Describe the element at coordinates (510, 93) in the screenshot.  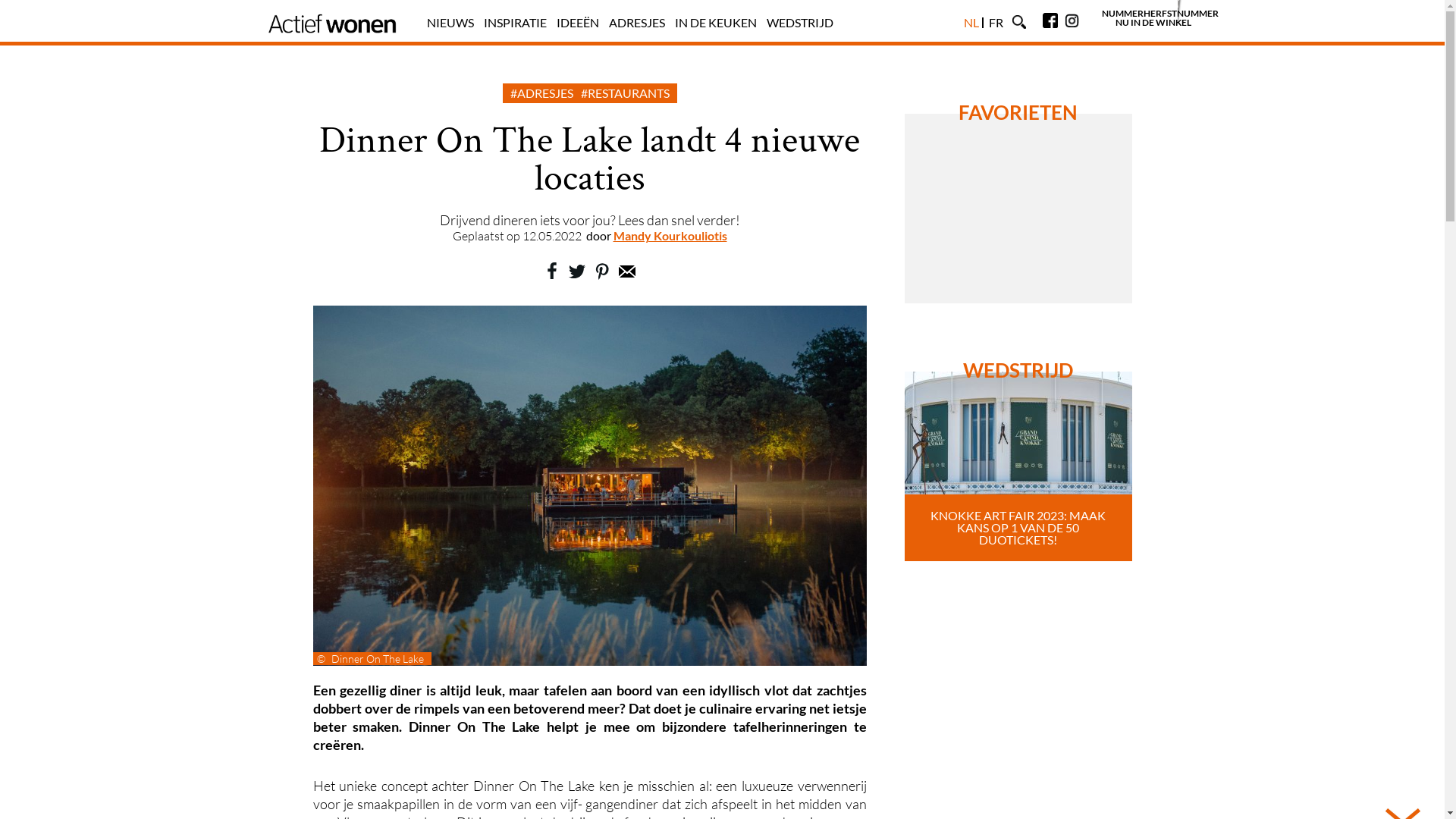
I see `'#ADRESJES'` at that location.